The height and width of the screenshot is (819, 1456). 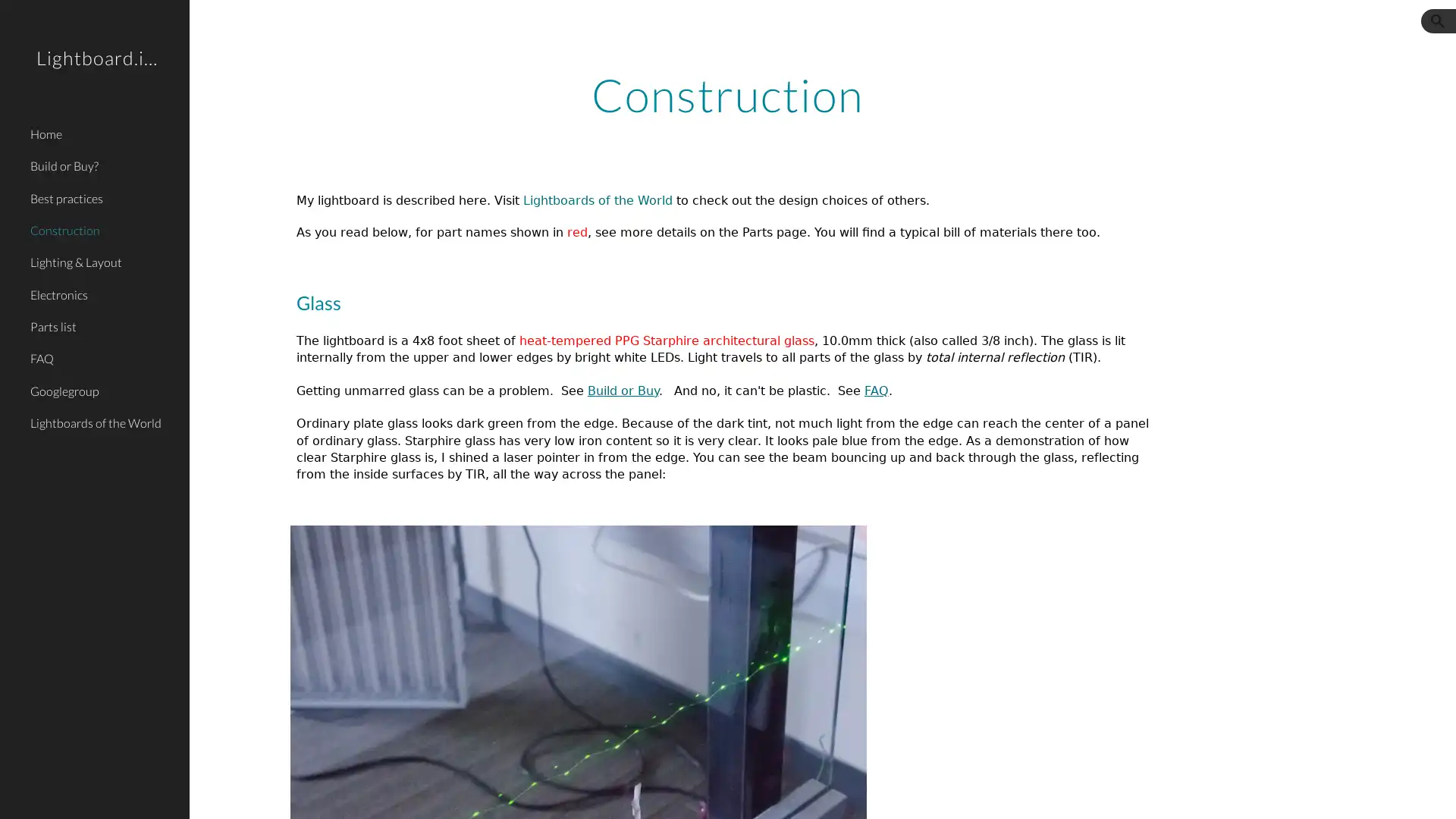 What do you see at coordinates (307, 792) in the screenshot?
I see `Google Sites` at bounding box center [307, 792].